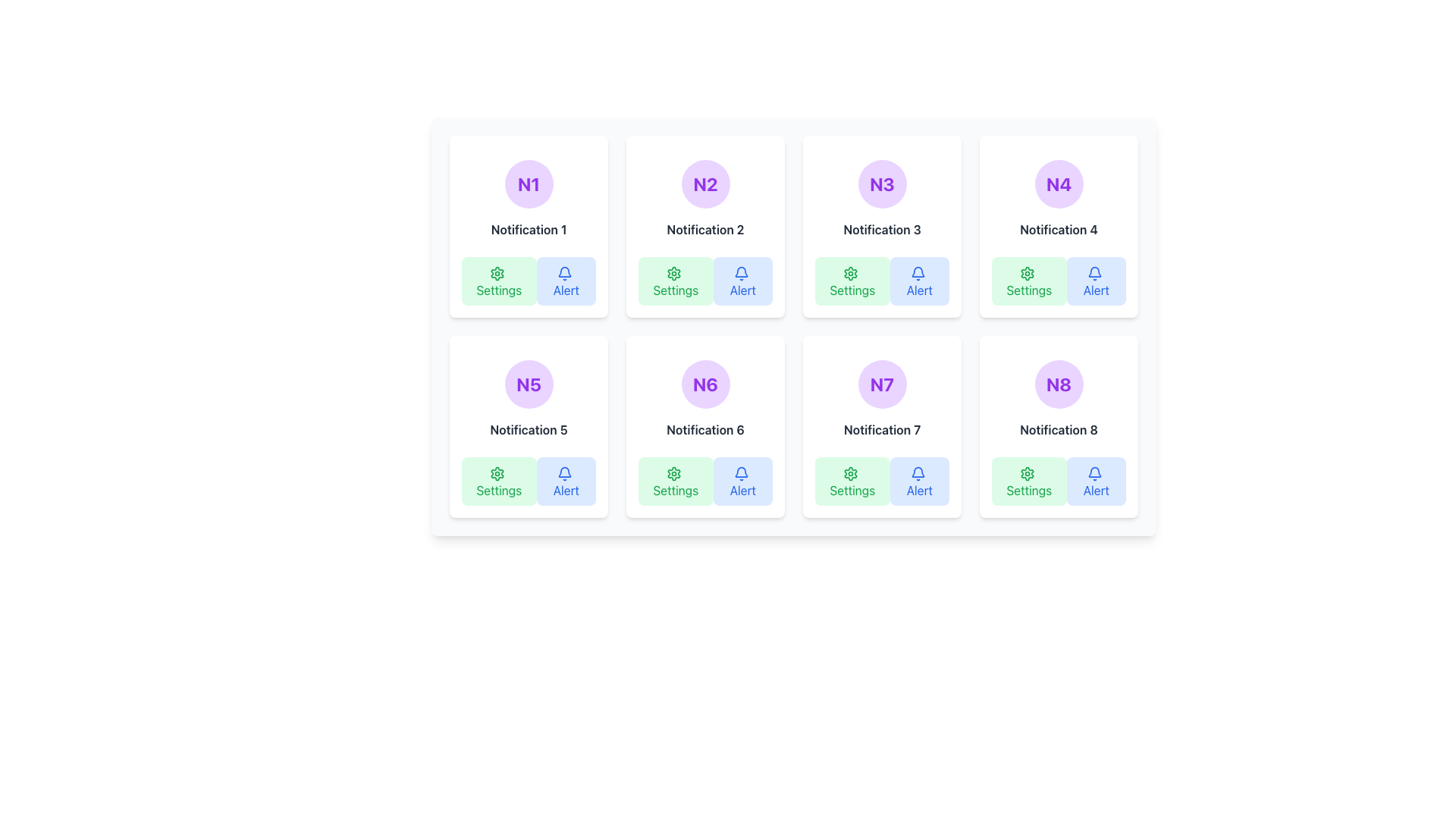 This screenshot has width=1456, height=819. What do you see at coordinates (882, 230) in the screenshot?
I see `the text label displaying 'Notification 3', which is centrally located in the third notification card on the top row of a grid layout` at bounding box center [882, 230].